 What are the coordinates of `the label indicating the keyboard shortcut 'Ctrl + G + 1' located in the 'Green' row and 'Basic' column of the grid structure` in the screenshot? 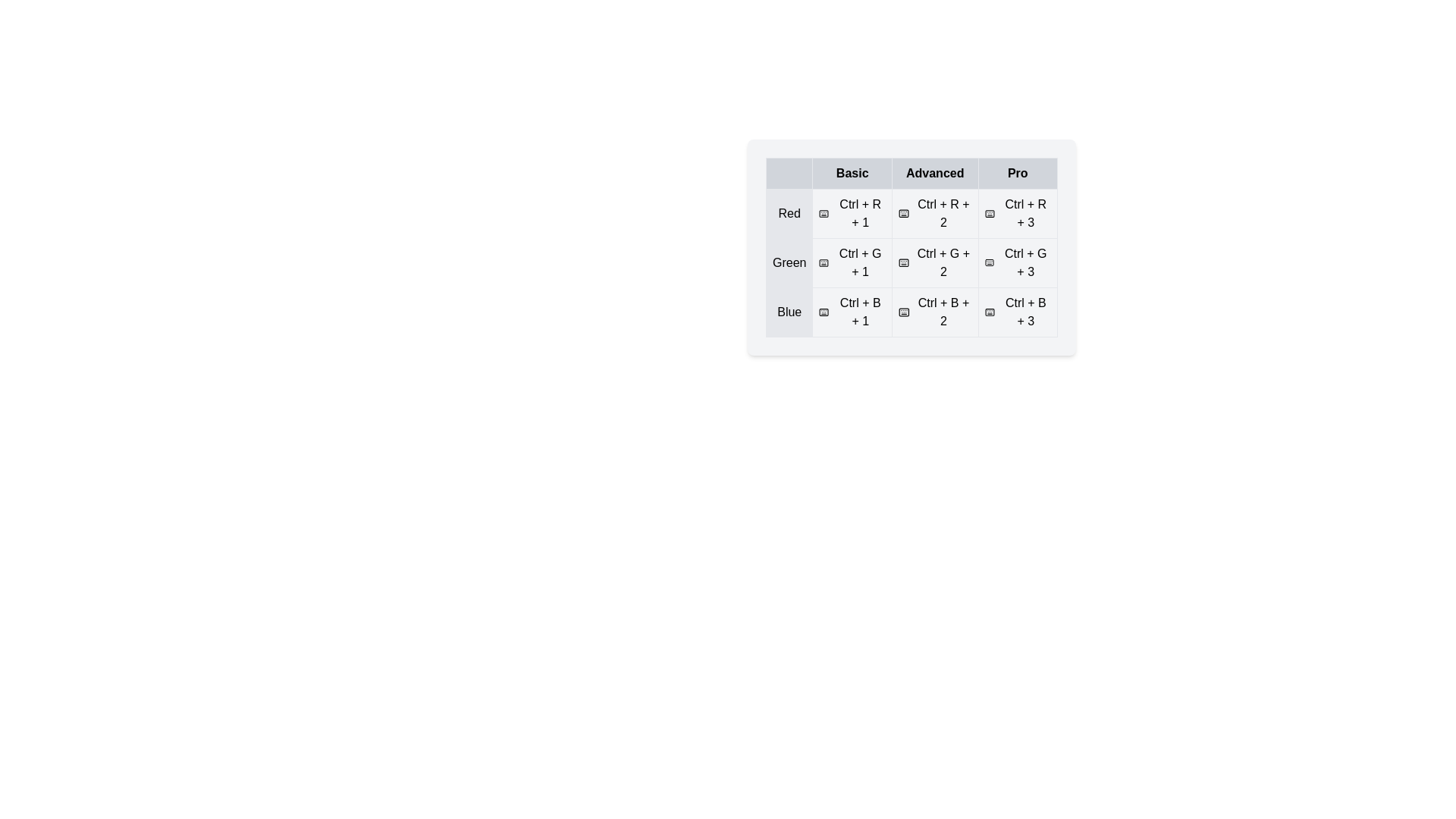 It's located at (852, 262).